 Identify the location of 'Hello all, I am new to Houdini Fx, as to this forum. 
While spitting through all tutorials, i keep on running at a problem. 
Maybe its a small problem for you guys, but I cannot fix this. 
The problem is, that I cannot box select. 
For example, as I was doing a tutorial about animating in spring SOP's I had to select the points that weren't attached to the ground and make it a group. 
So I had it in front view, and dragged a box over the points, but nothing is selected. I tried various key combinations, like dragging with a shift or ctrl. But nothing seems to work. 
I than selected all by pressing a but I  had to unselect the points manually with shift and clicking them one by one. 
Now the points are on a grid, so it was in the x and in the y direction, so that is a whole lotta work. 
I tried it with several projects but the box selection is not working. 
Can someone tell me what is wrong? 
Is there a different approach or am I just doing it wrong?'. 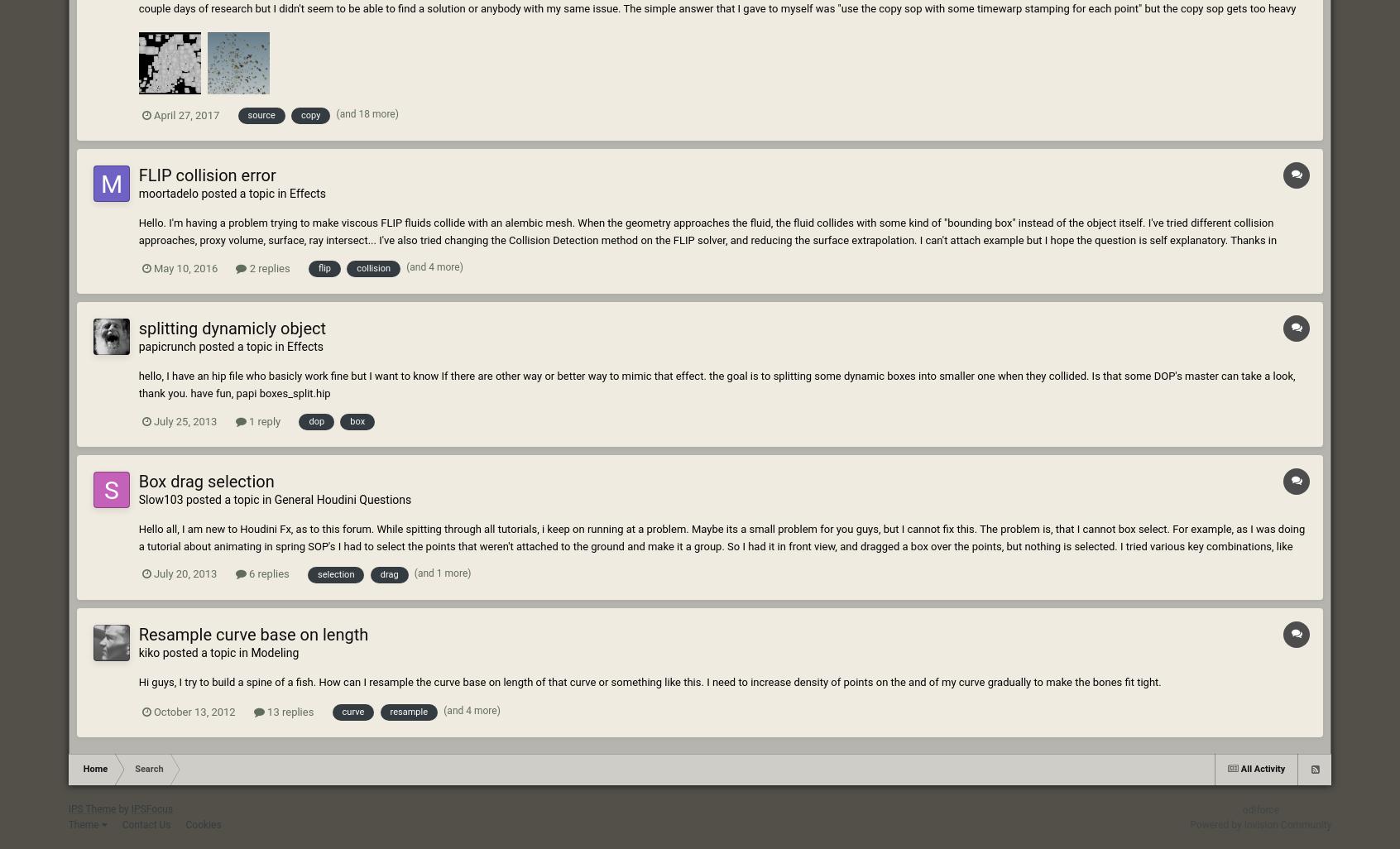
(721, 553).